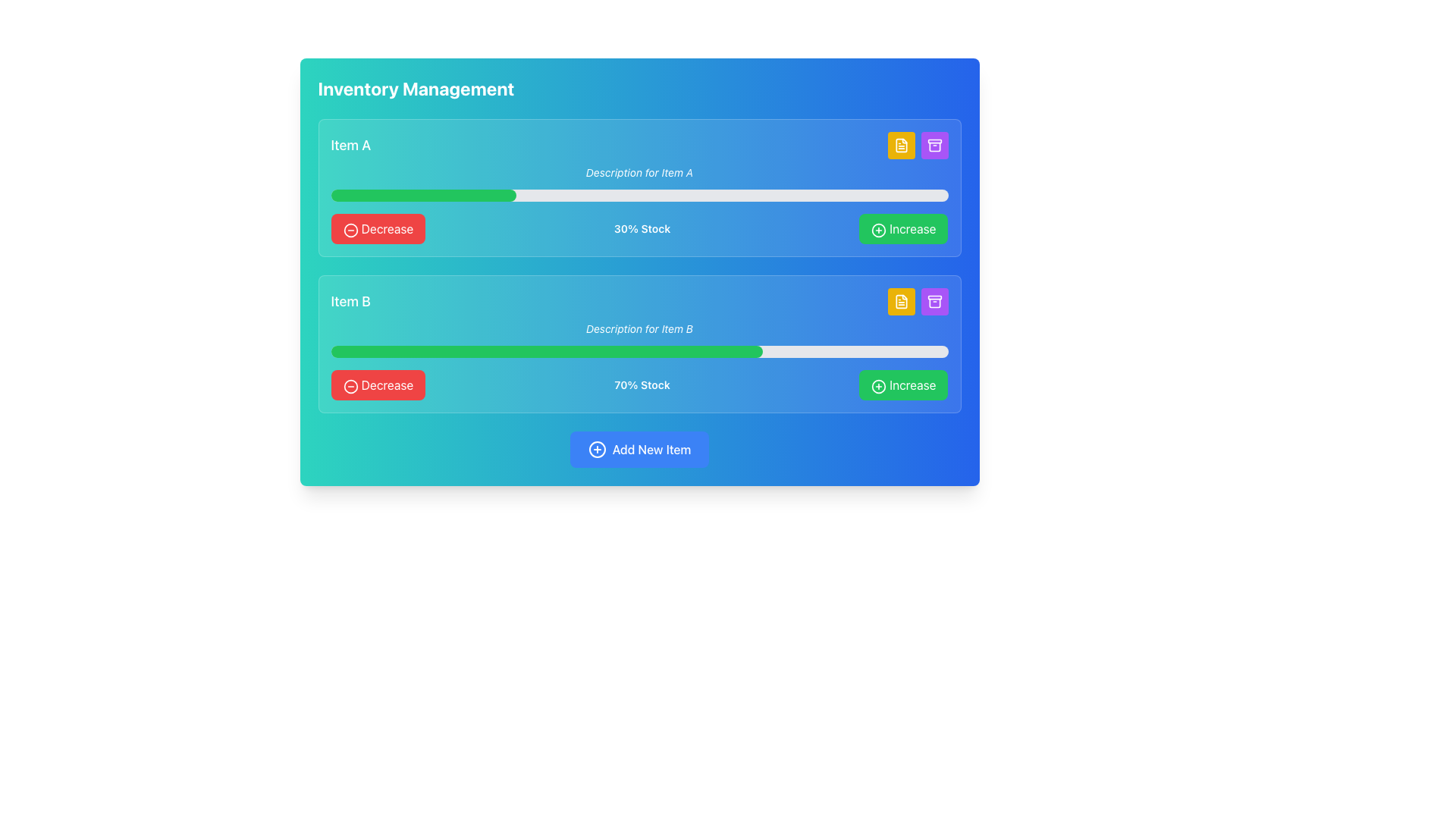 This screenshot has width=1456, height=819. Describe the element at coordinates (934, 301) in the screenshot. I see `the button located in the bottom-right corner of the interface for 'Item B' to archive or remove it` at that location.